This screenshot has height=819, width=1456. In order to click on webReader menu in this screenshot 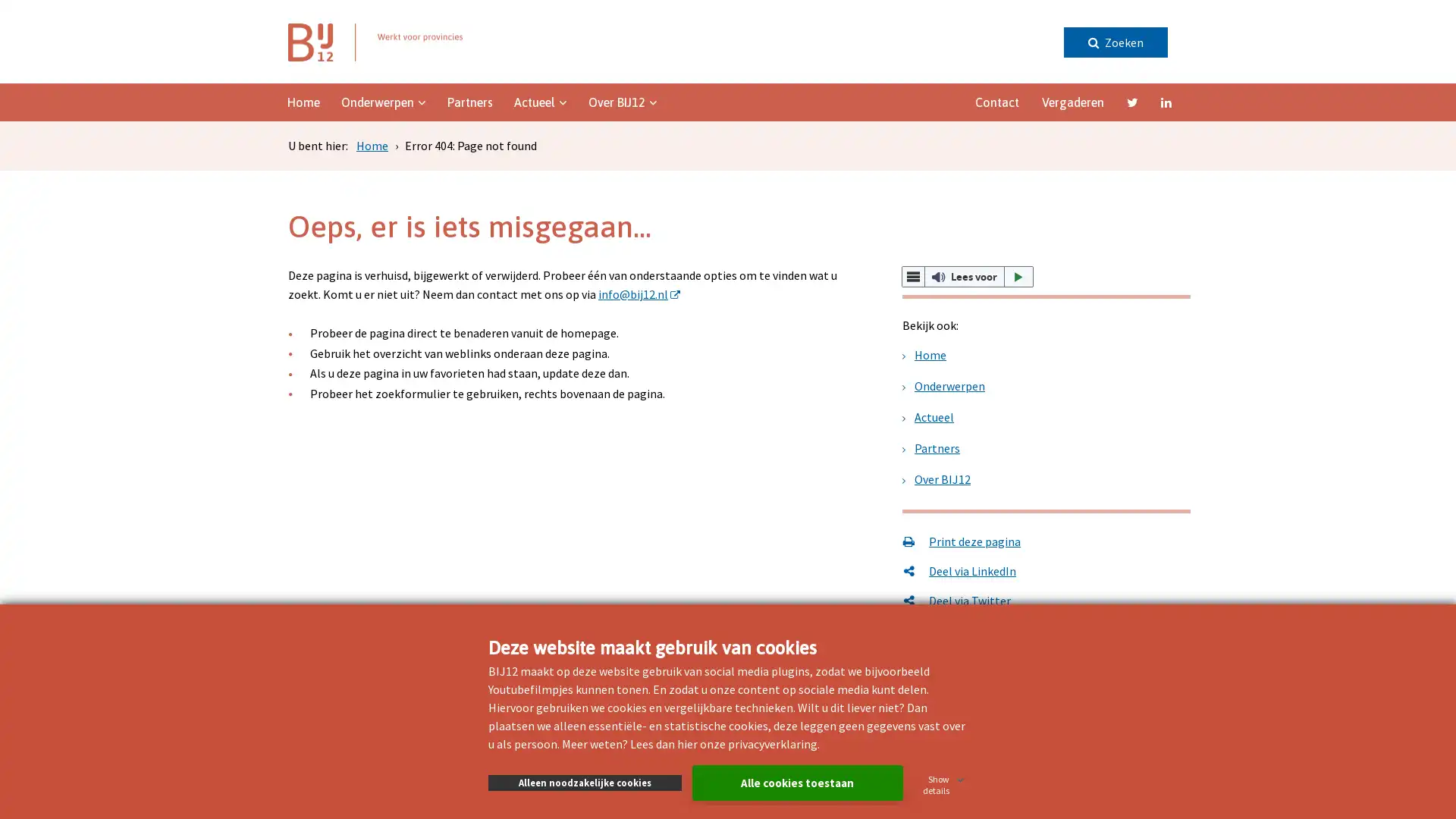, I will do `click(912, 277)`.